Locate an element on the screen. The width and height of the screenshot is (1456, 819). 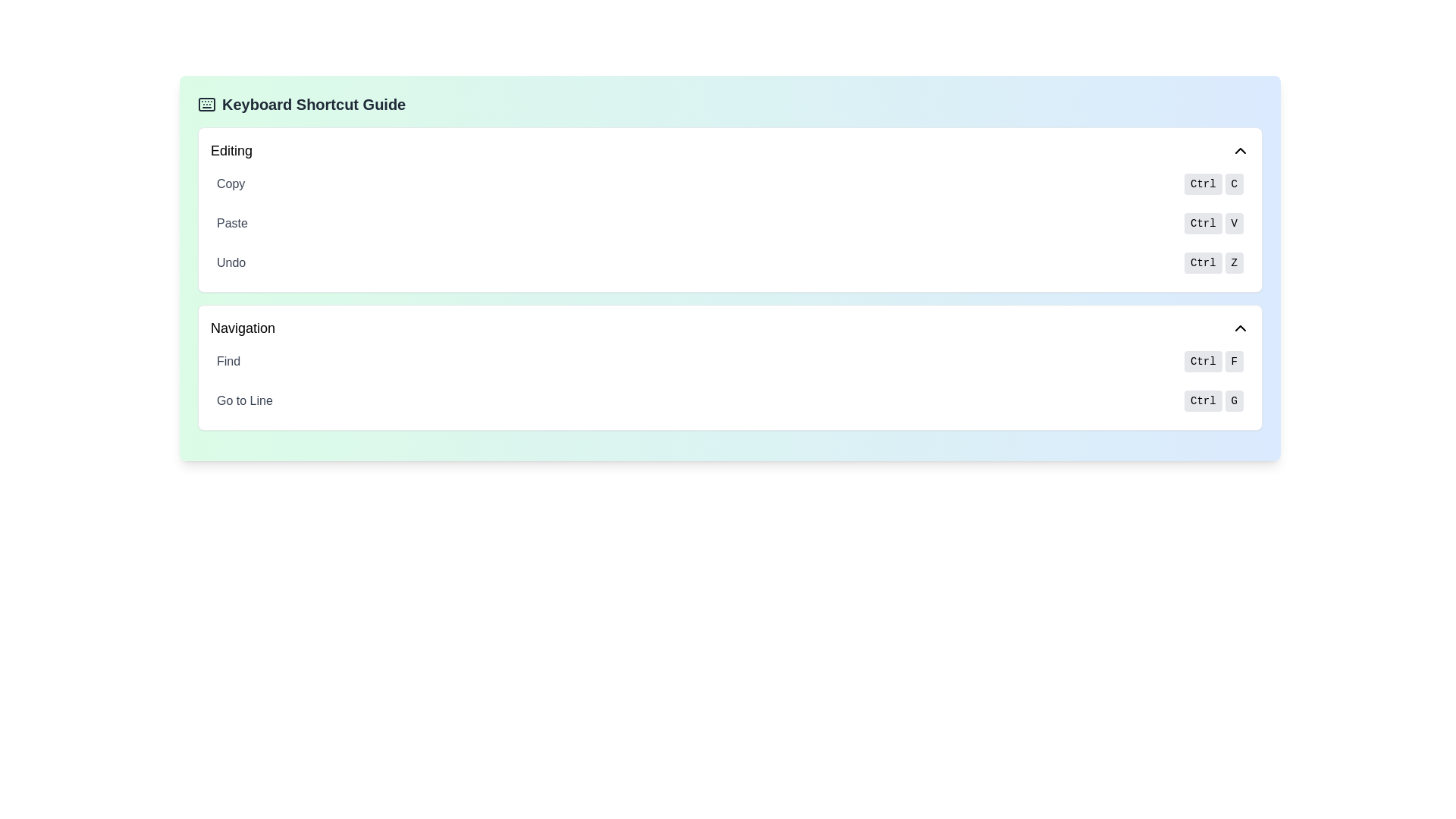
the upward-pointing chevron icon located in the top-right corner of the 'Editing' section header is located at coordinates (1241, 151).